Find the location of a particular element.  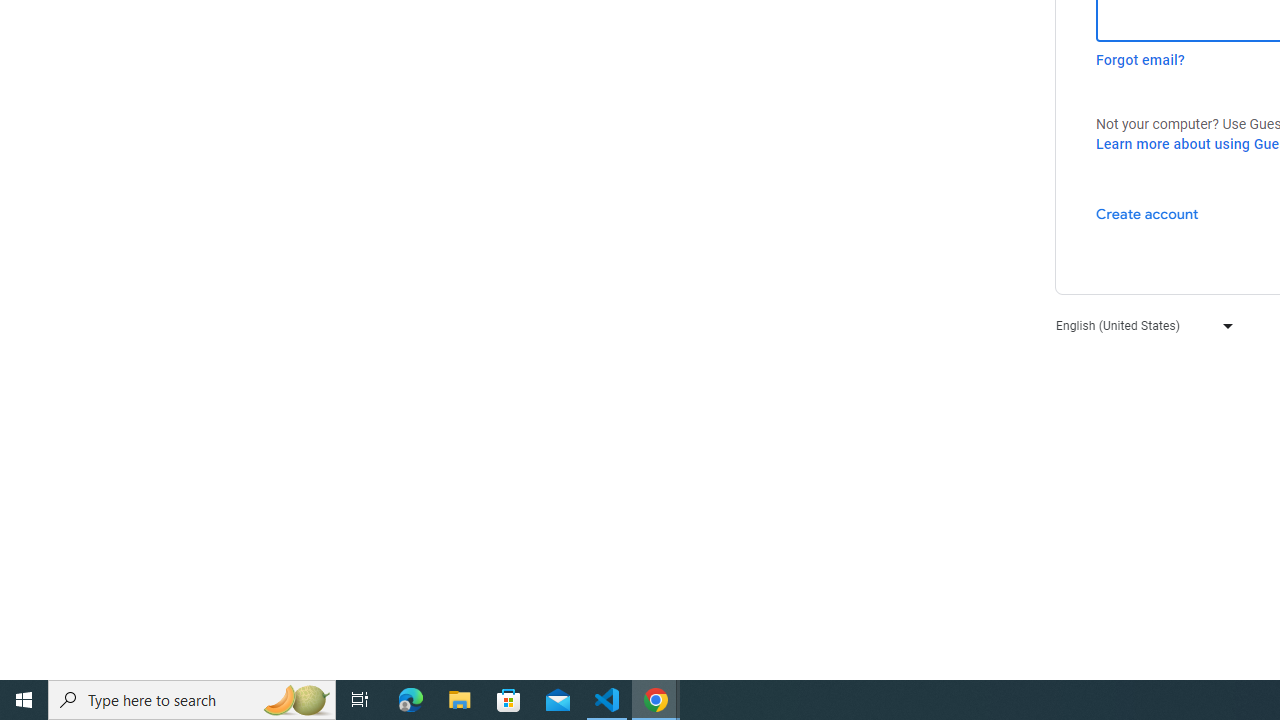

'Create account' is located at coordinates (1146, 213).